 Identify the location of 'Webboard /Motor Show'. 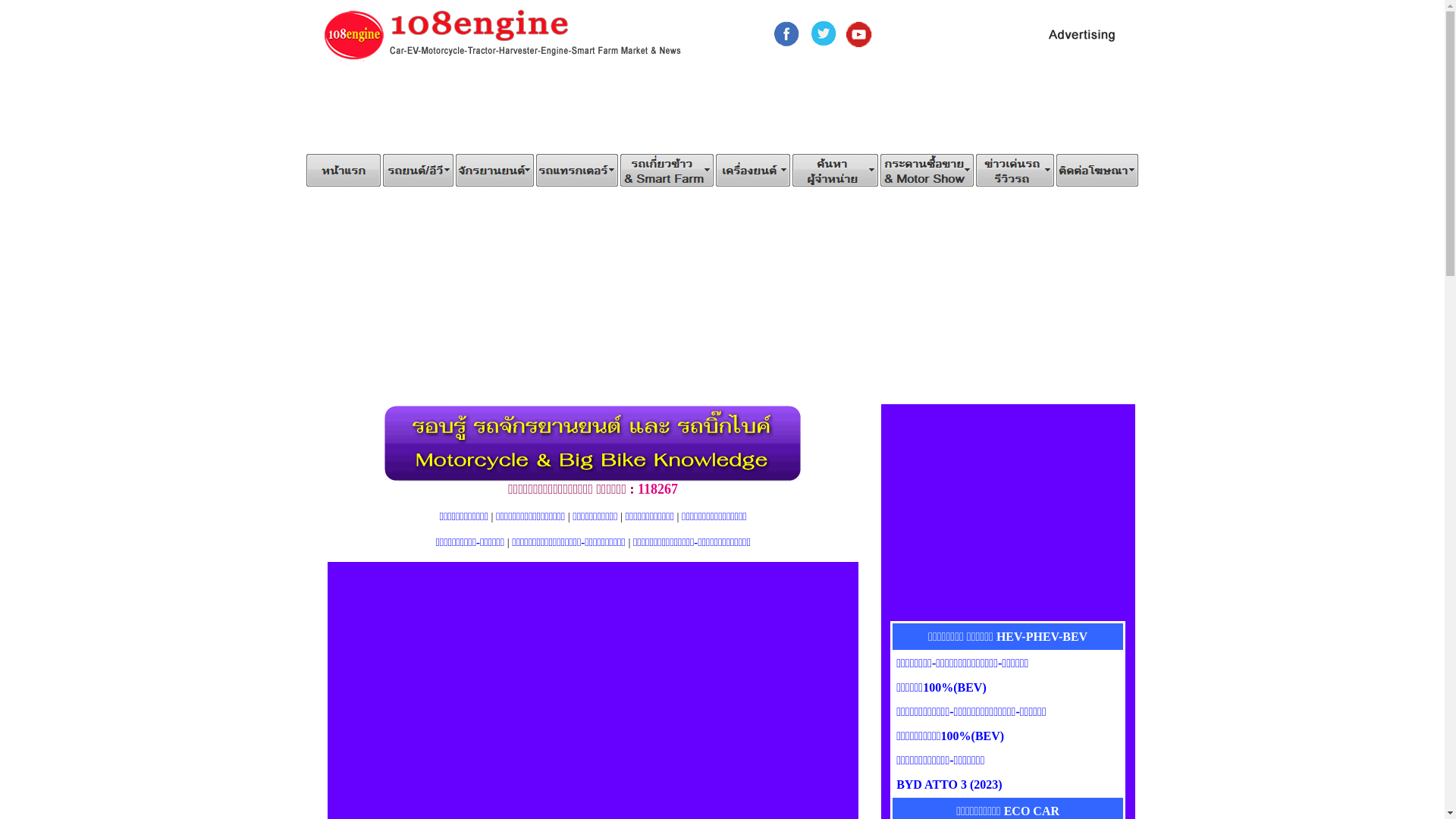
(926, 170).